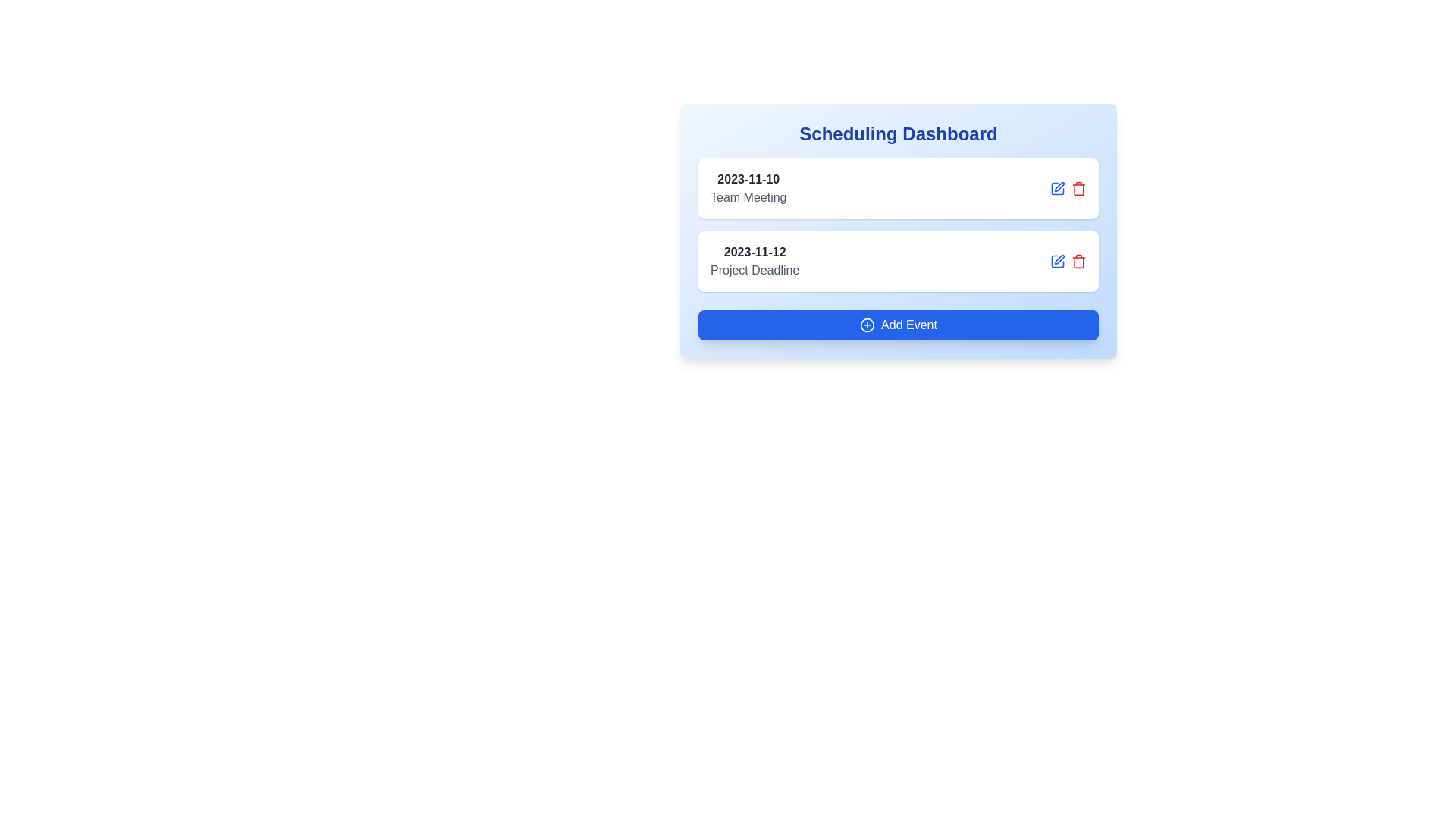 This screenshot has height=819, width=1456. I want to click on the text group representing the event scheduled for '2023-11-12' titled 'Project Deadline', which is positioned between '2023-11-10 Team Meeting' and the 'Add Event' button, so click(755, 260).